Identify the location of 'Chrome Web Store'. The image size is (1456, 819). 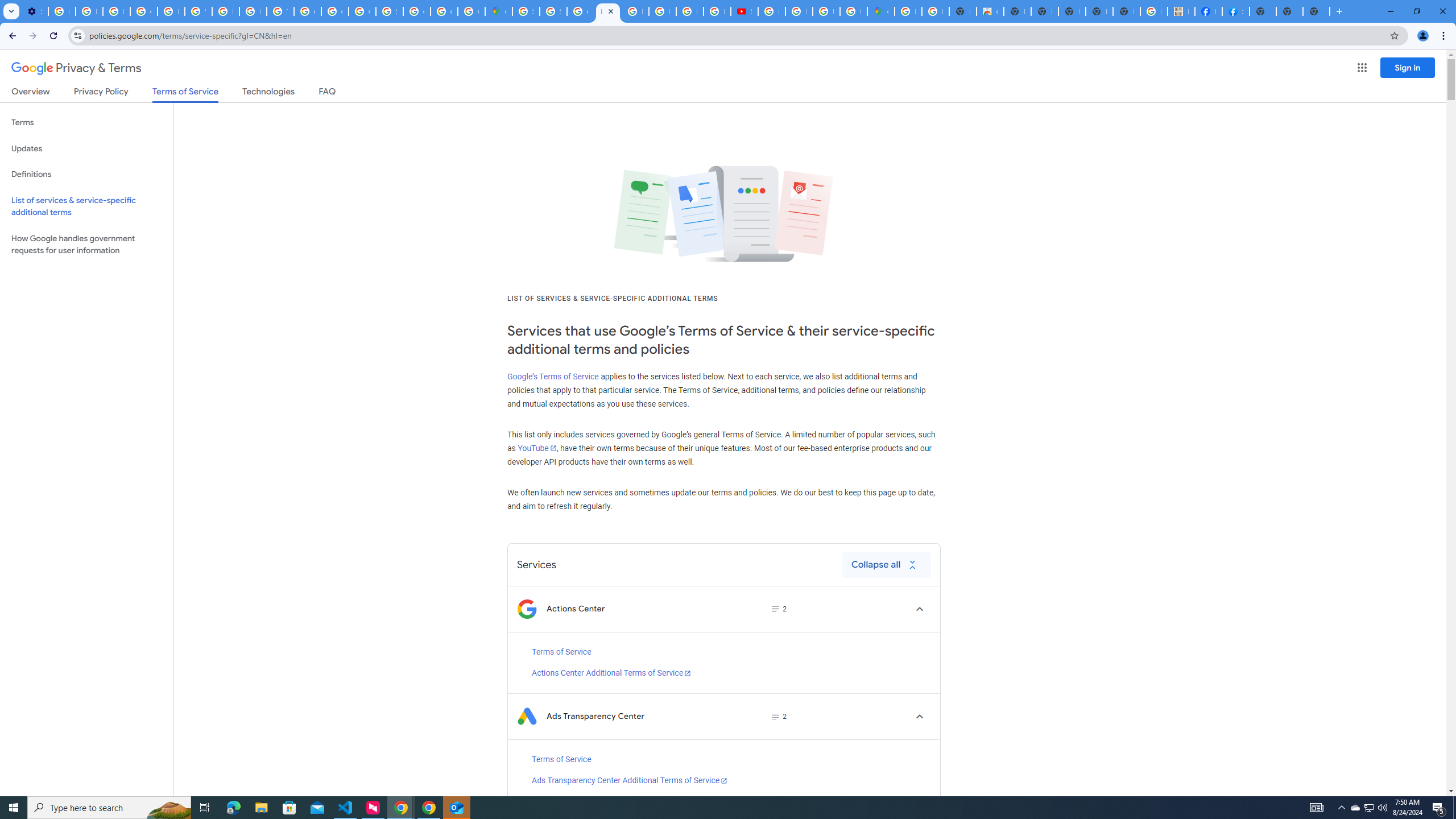
(990, 11).